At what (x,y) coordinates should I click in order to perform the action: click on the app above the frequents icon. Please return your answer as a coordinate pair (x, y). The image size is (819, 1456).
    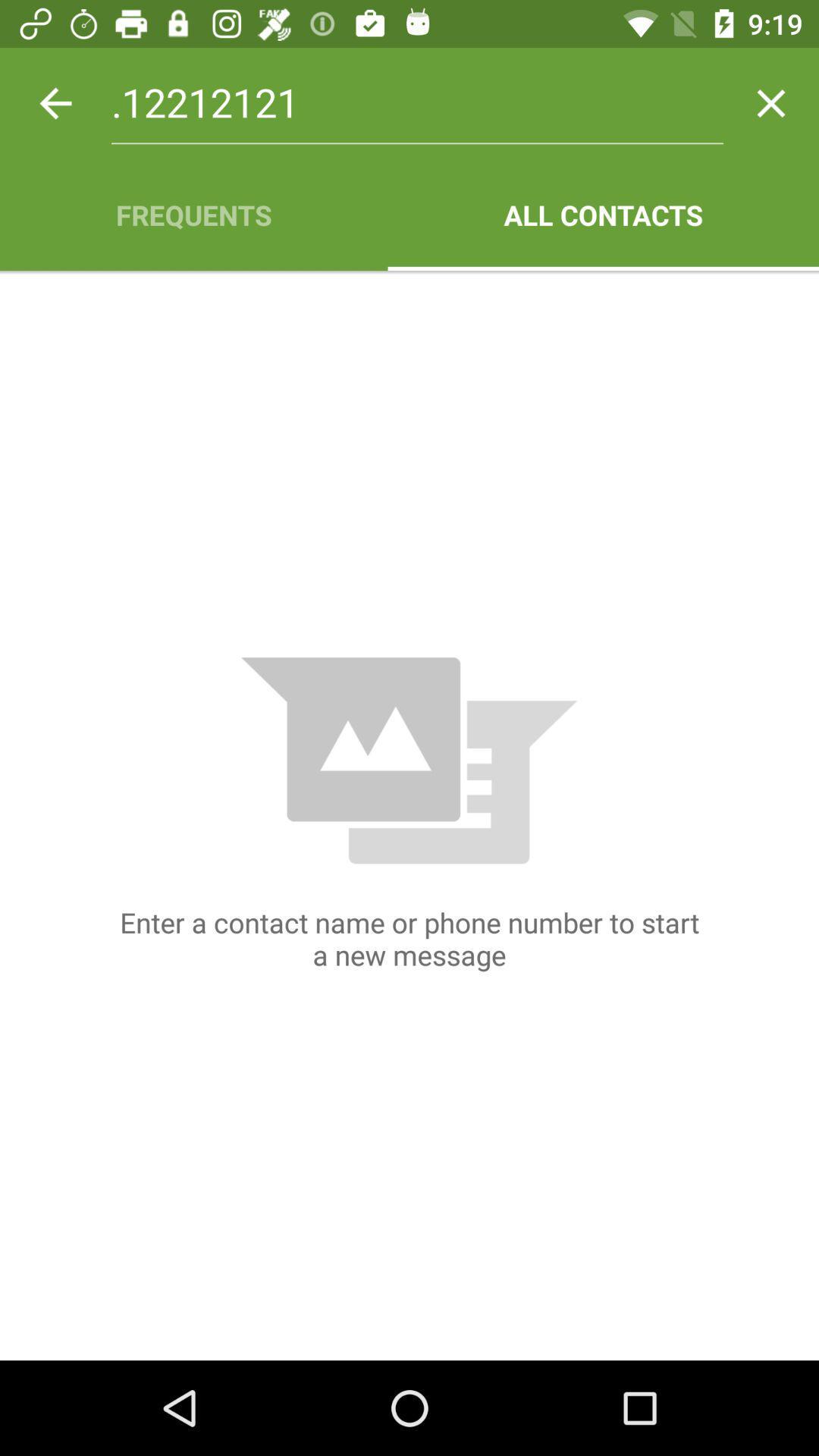
    Looking at the image, I should click on (417, 102).